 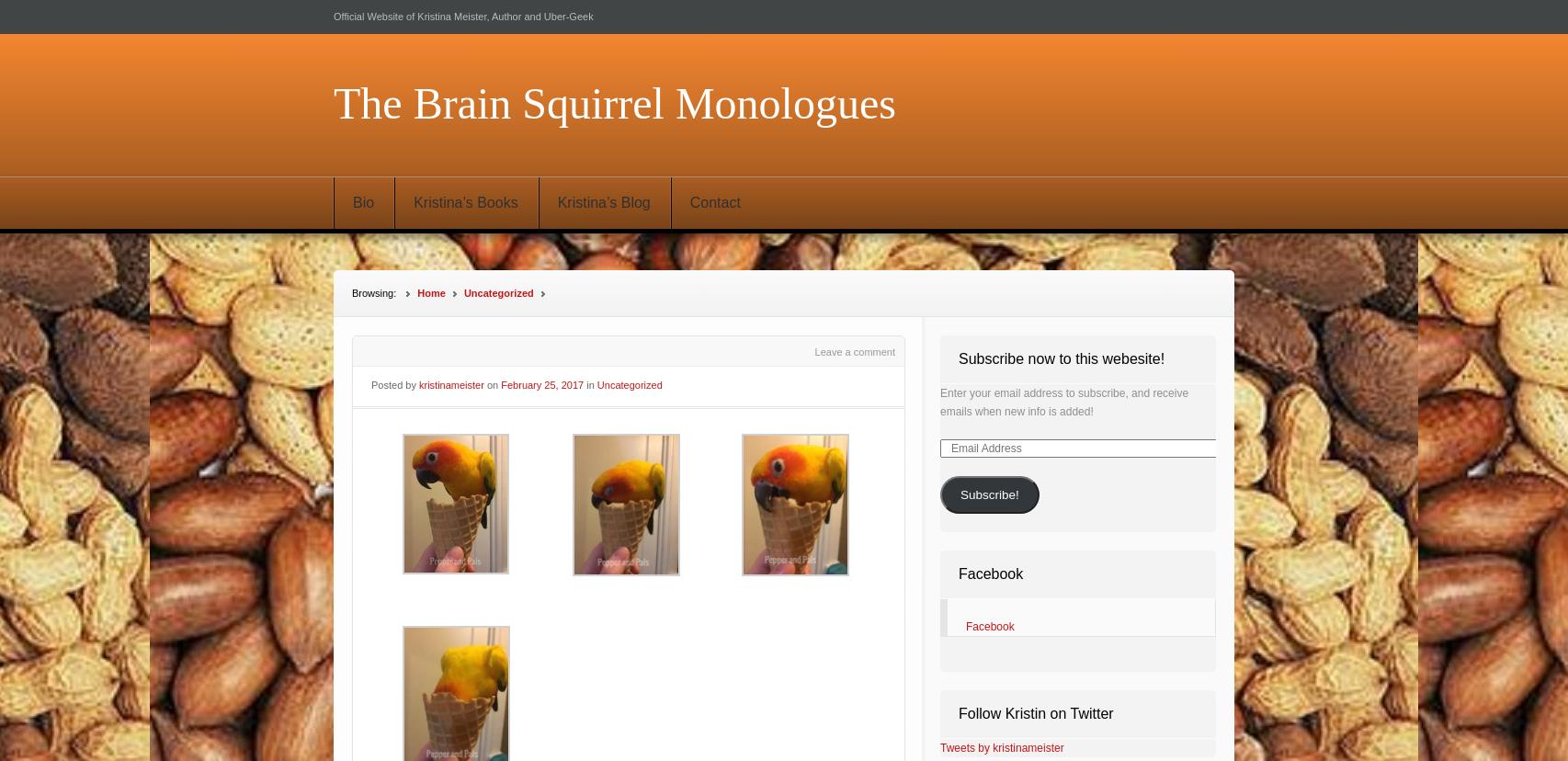 I want to click on 'Uncategorized', so click(x=628, y=384).